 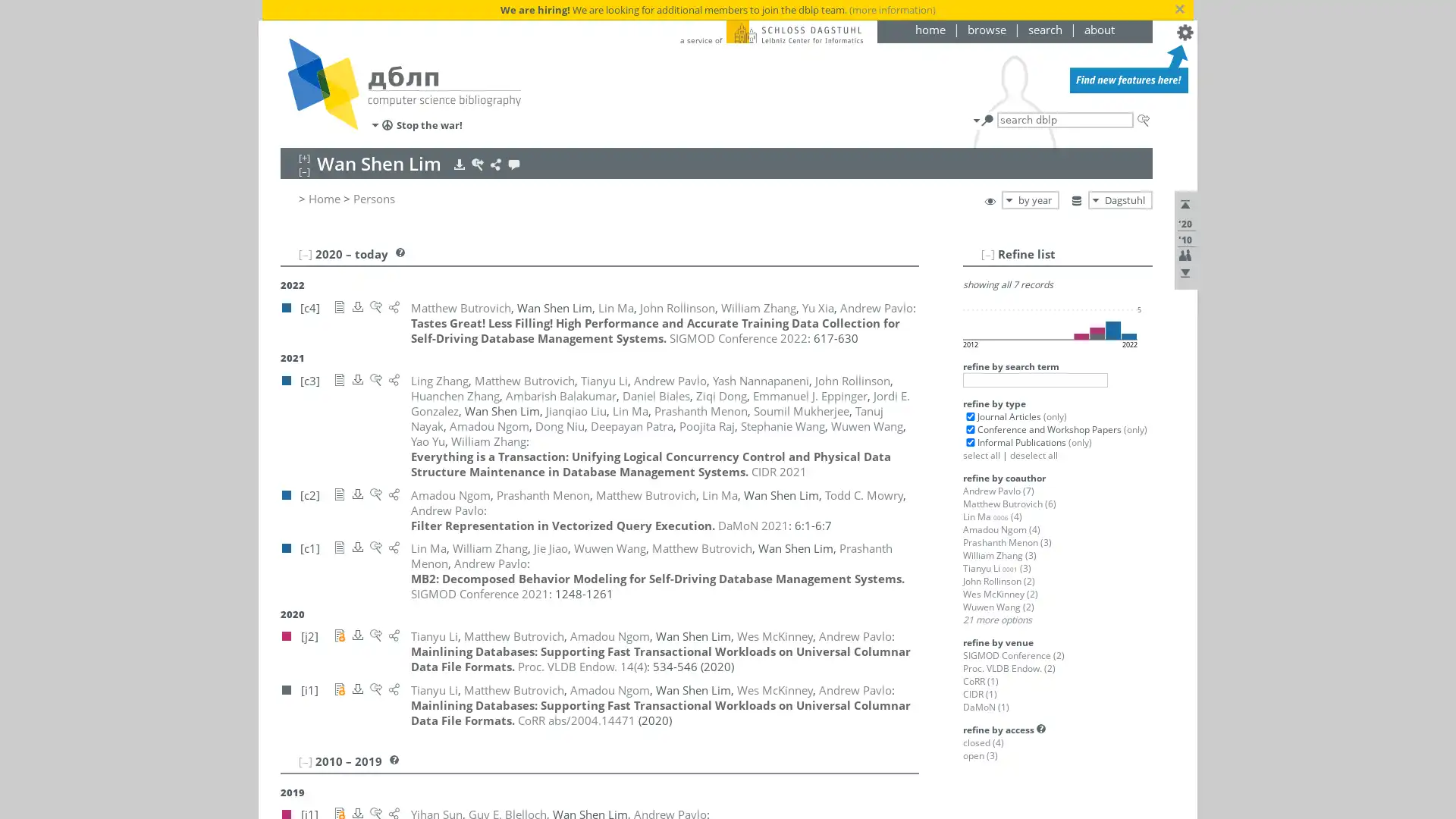 What do you see at coordinates (1053, 416) in the screenshot?
I see `(only)` at bounding box center [1053, 416].